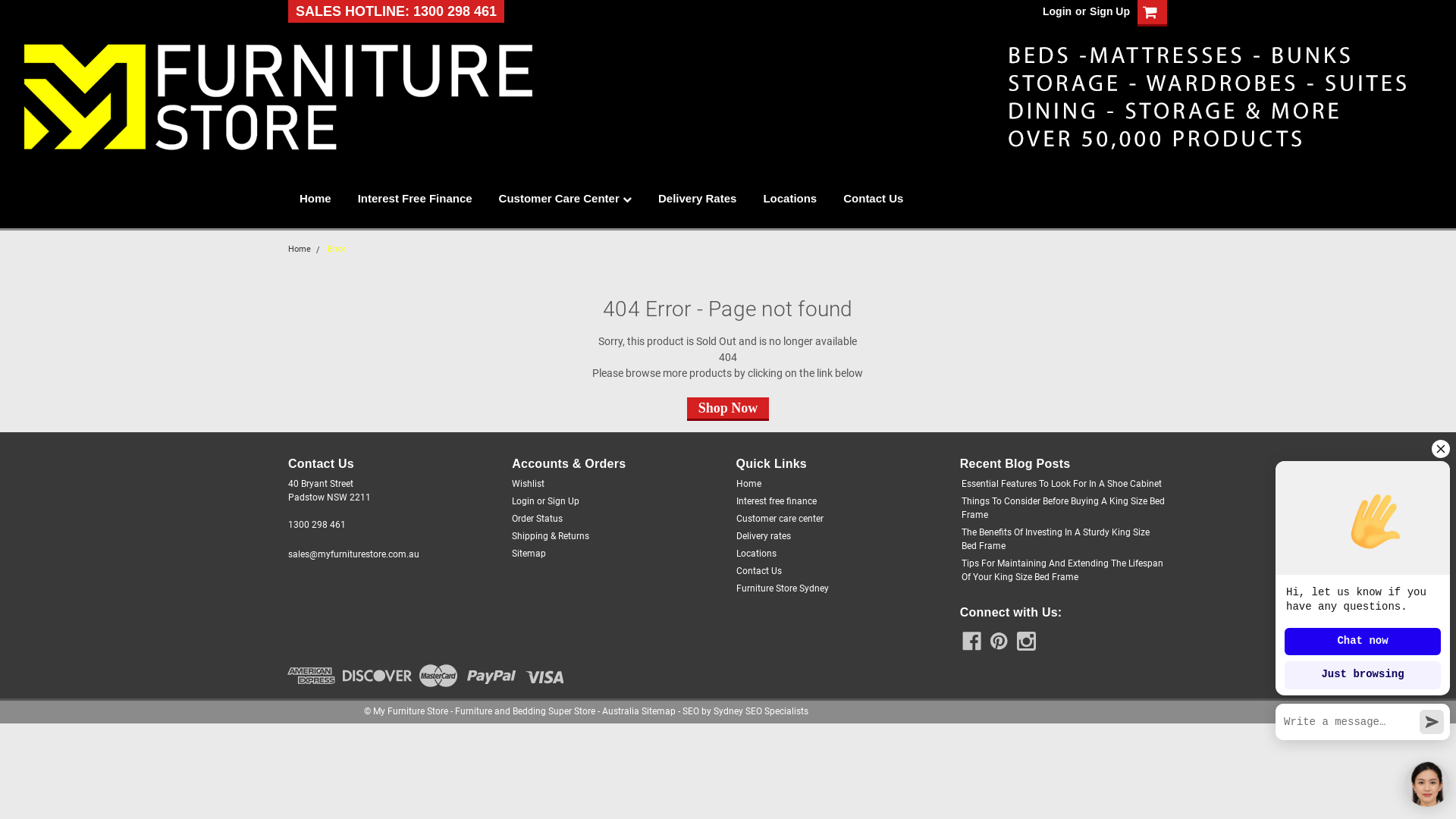  Describe the element at coordinates (1061, 483) in the screenshot. I see `'Essential Features To Look For In A Shoe Cabinet'` at that location.